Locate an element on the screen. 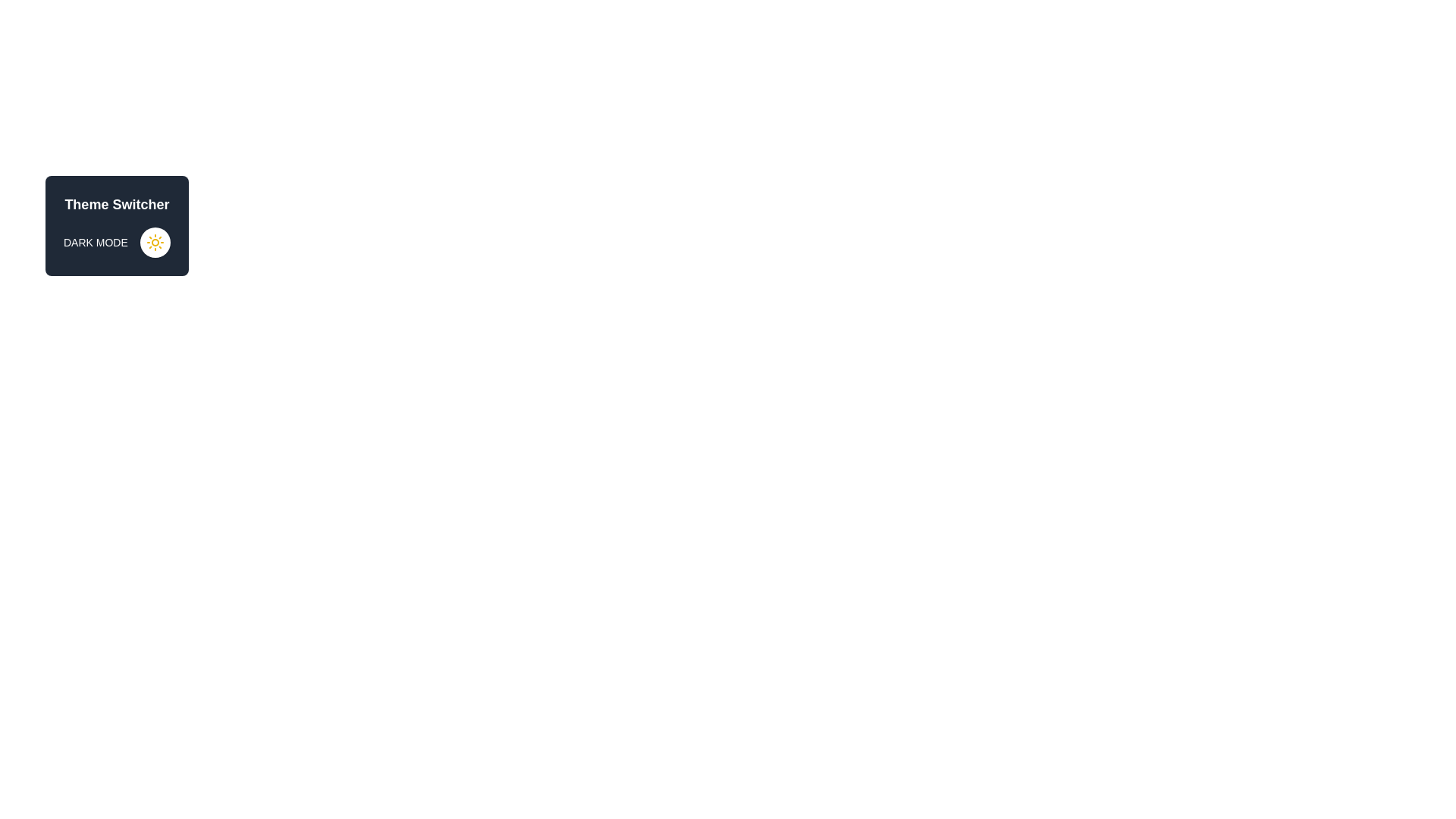 This screenshot has width=1456, height=819. the sun icon within the rounded square button located at the bottom right corner of the 'Theme Switcher' card is located at coordinates (155, 242).